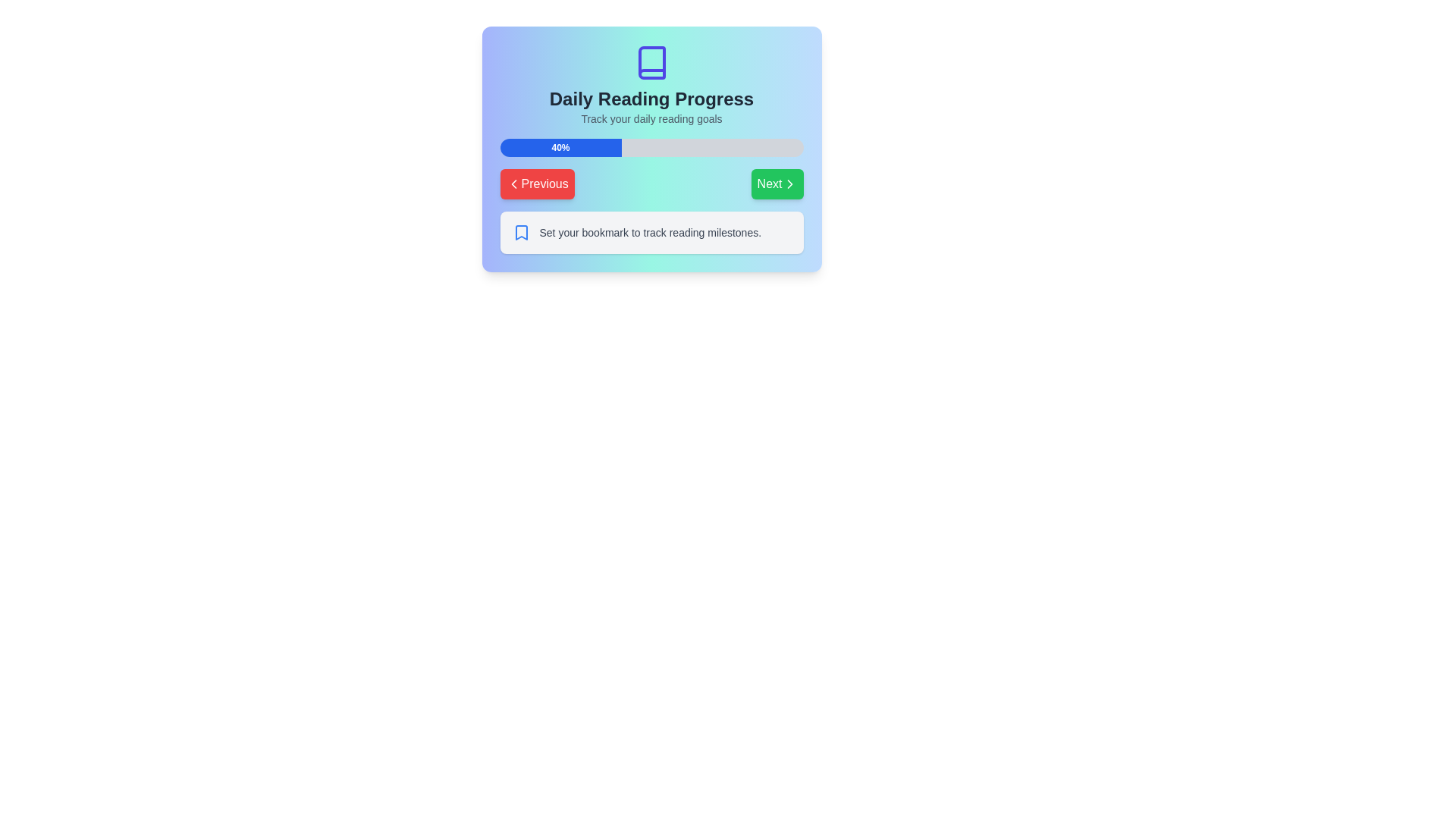 The image size is (1456, 819). What do you see at coordinates (651, 233) in the screenshot?
I see `text from the Informational Banner, which describes how to set a bookmark to track reading milestones` at bounding box center [651, 233].